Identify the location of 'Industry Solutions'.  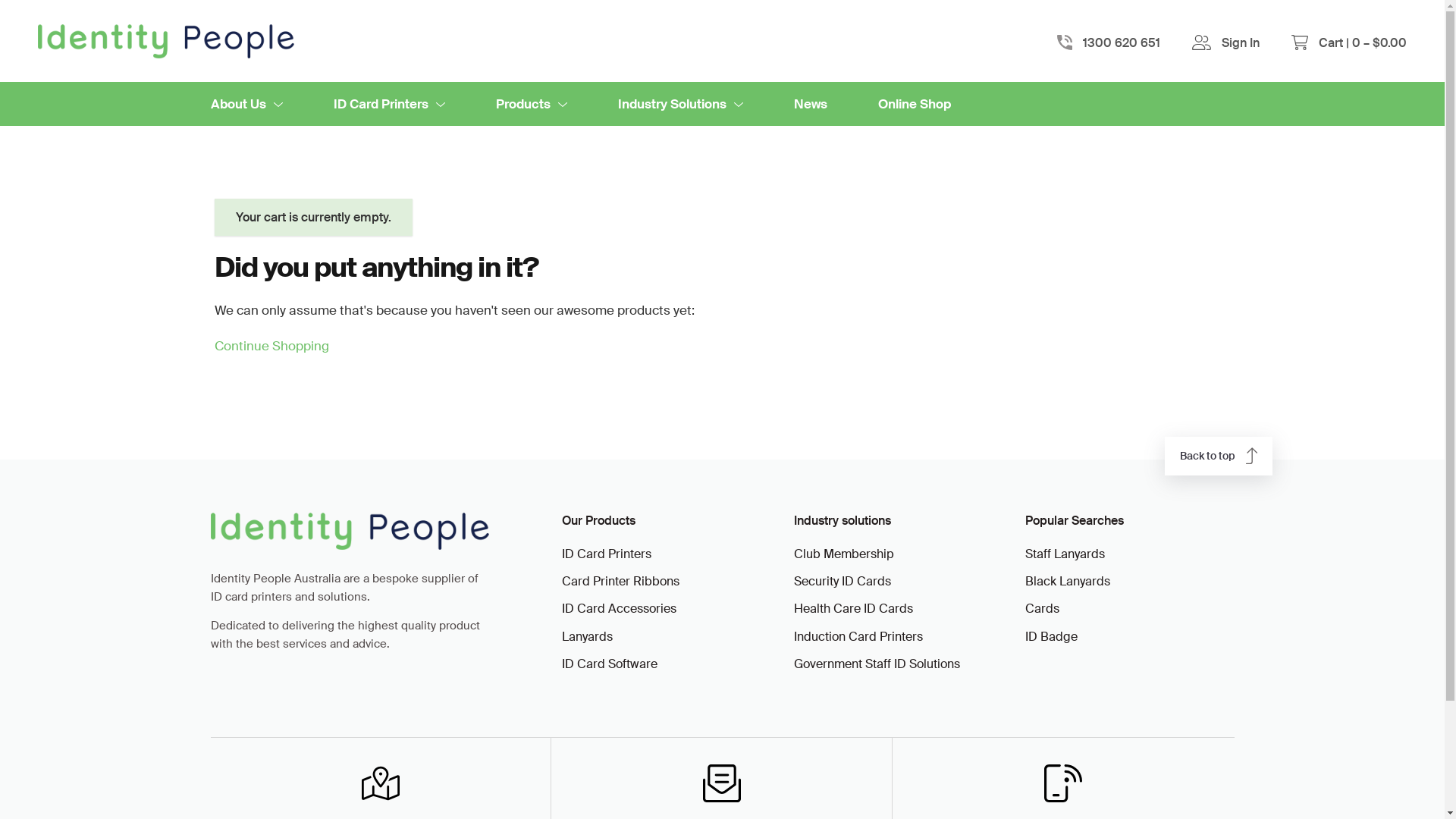
(617, 103).